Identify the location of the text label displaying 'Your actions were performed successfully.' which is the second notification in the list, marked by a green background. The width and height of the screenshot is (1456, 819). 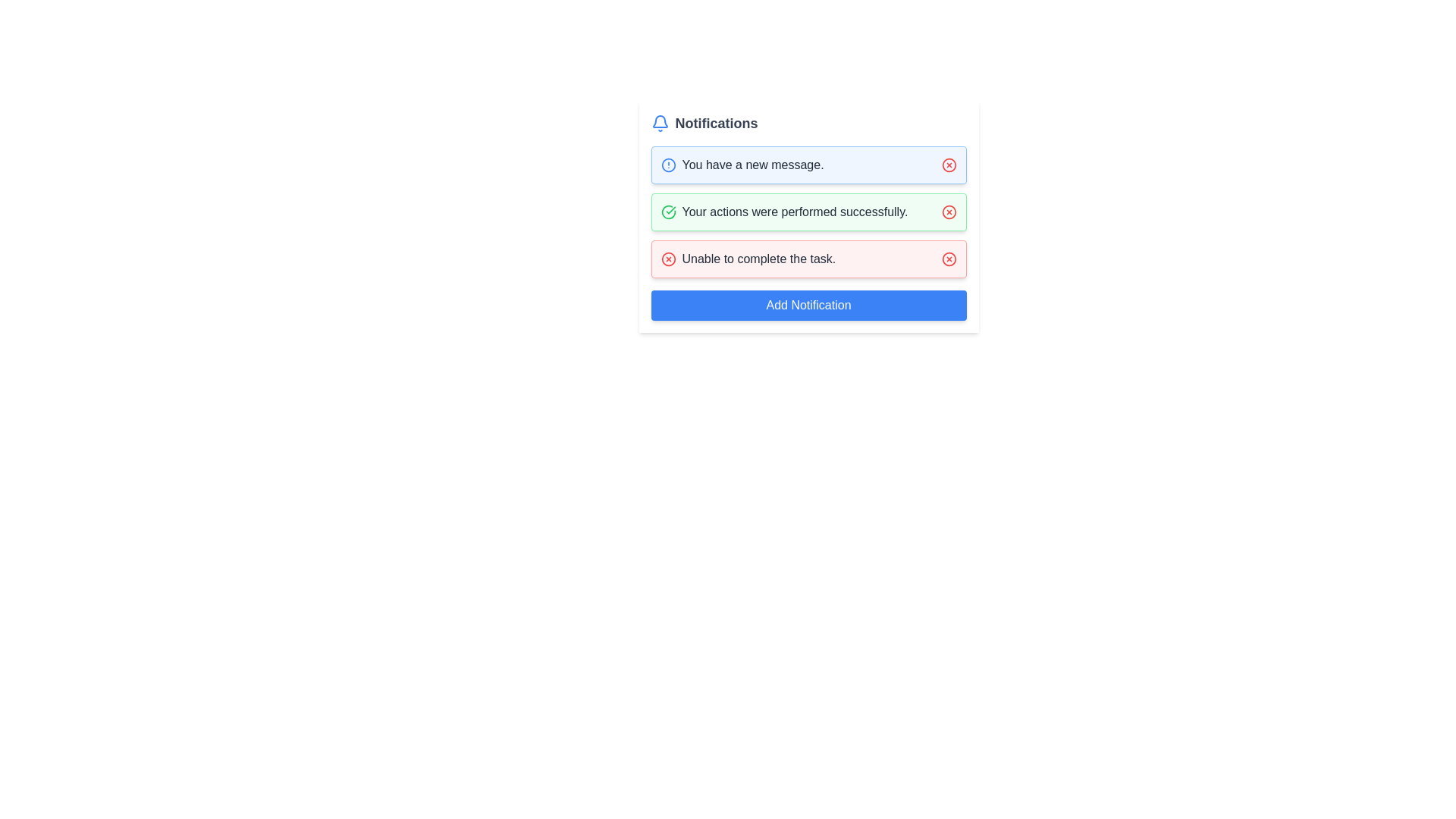
(794, 212).